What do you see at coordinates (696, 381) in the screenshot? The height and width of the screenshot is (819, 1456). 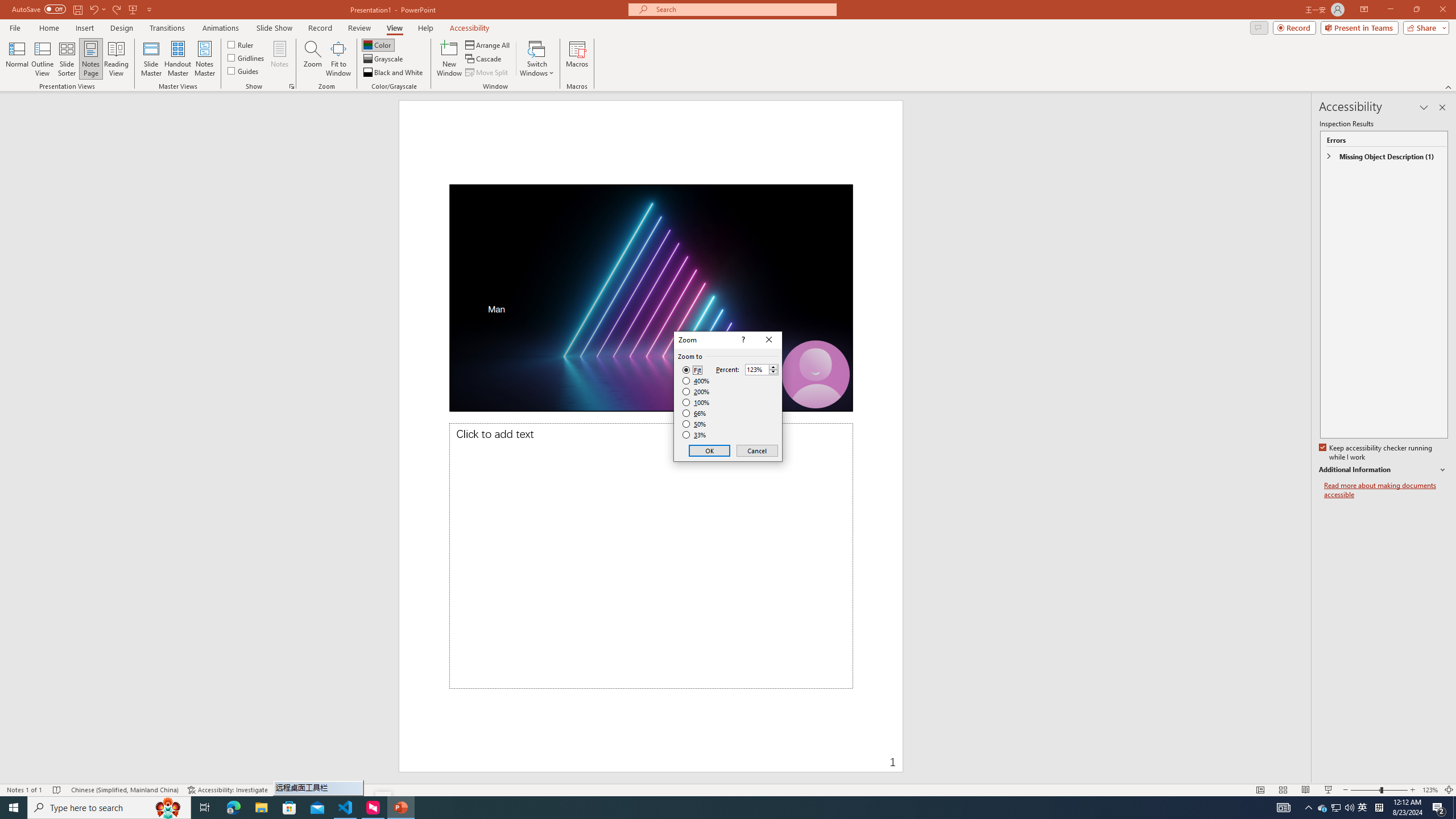 I see `'400%'` at bounding box center [696, 381].